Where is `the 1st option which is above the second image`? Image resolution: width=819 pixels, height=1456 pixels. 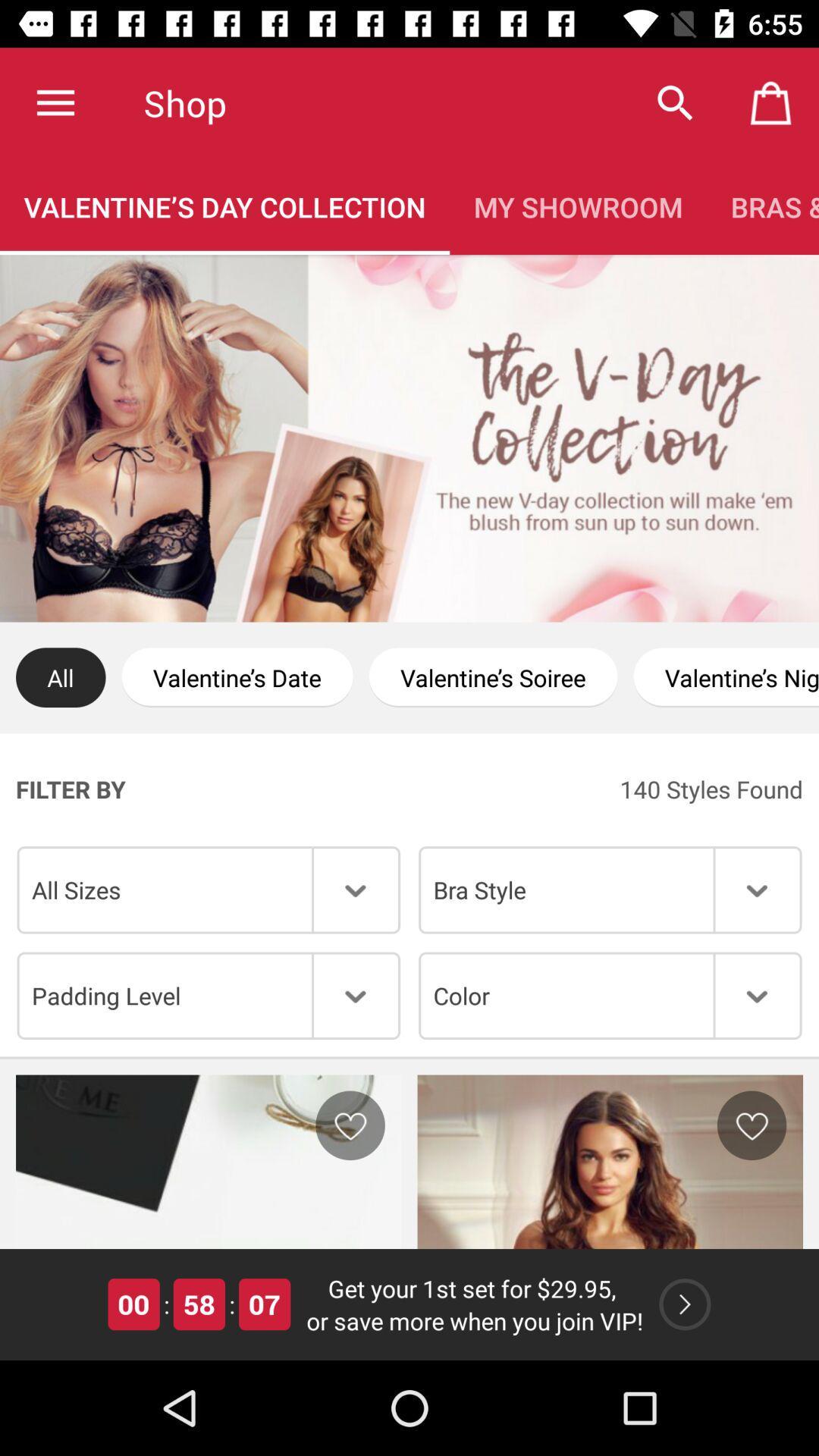
the 1st option which is above the second image is located at coordinates (209, 996).